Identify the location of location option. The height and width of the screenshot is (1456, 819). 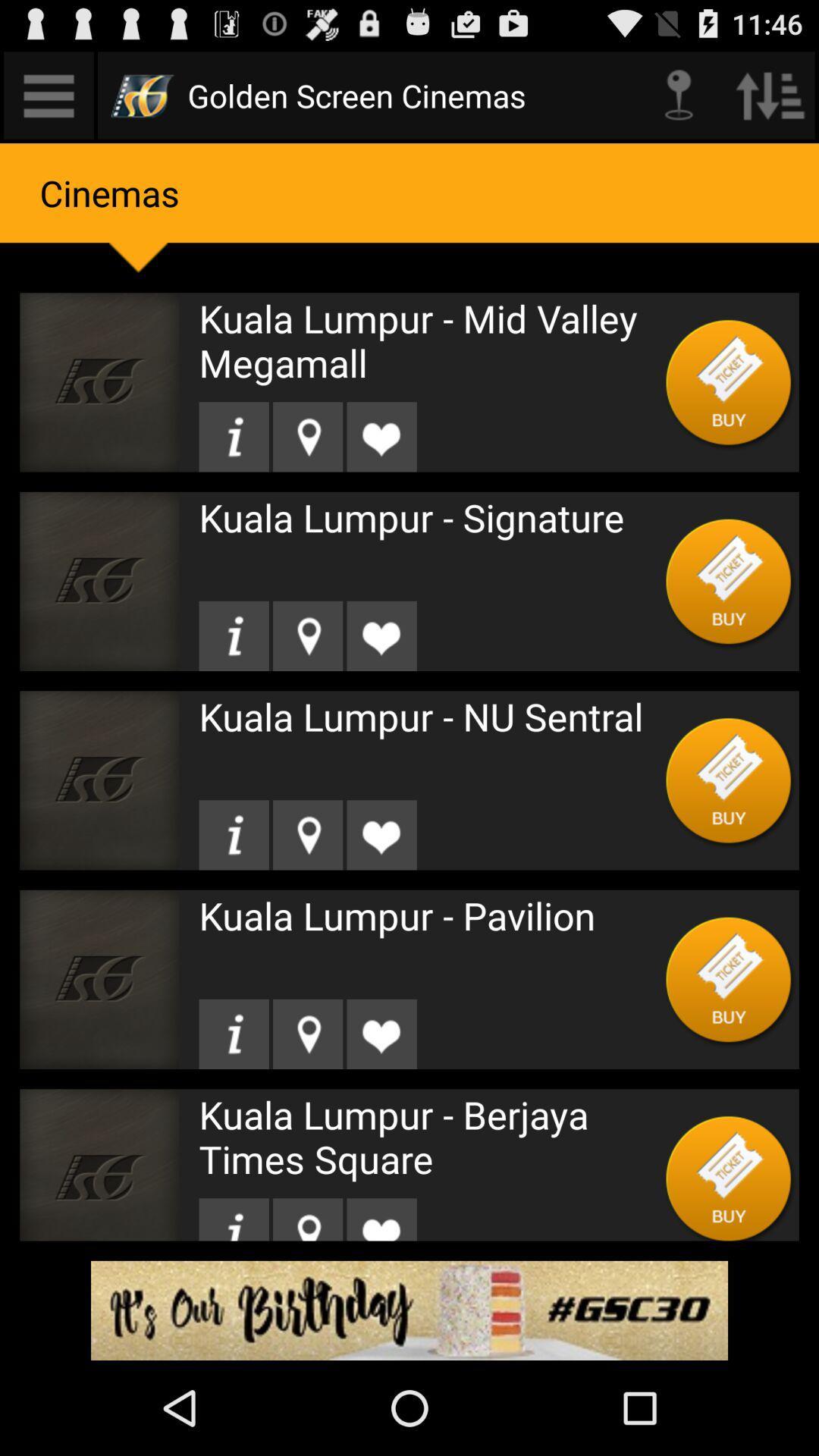
(307, 834).